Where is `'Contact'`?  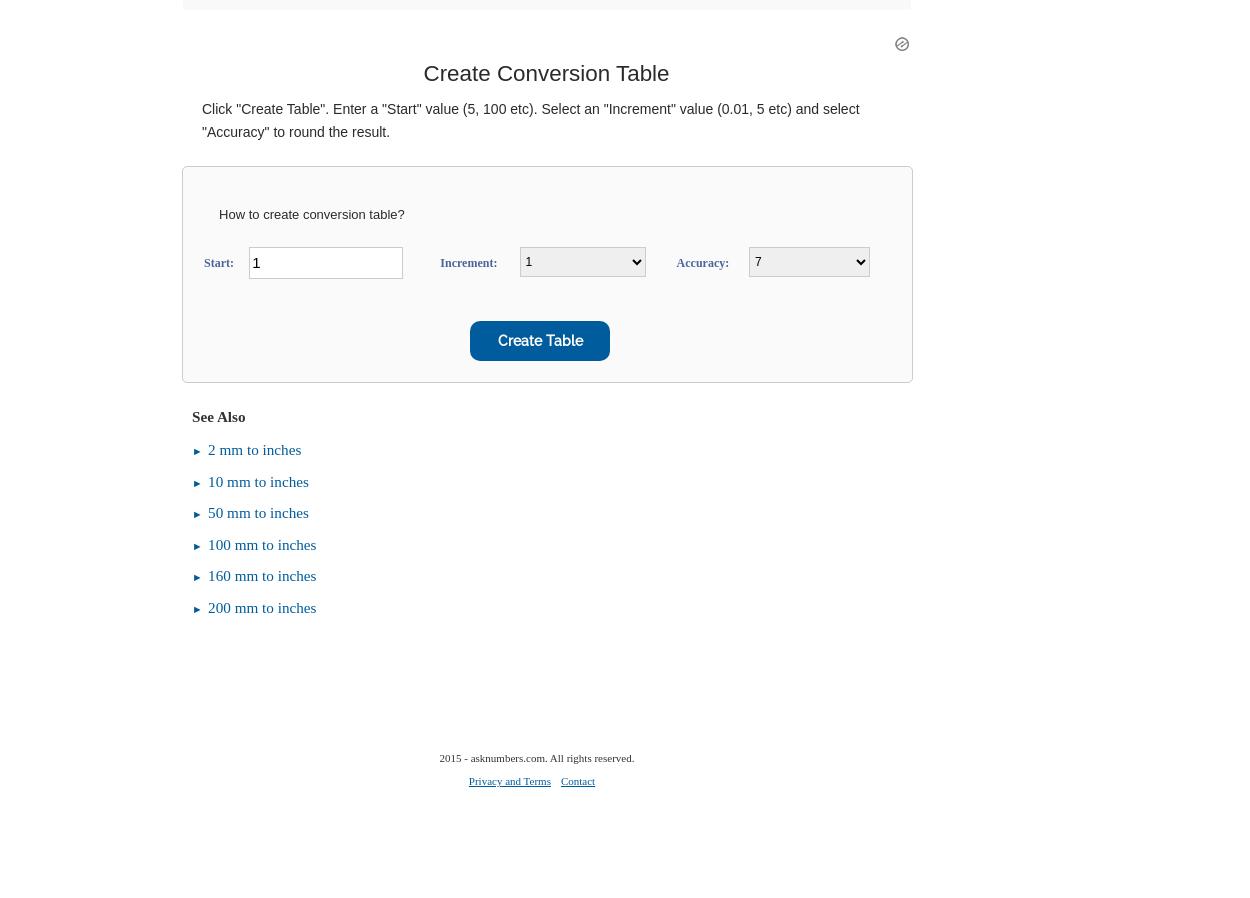
'Contact' is located at coordinates (576, 780).